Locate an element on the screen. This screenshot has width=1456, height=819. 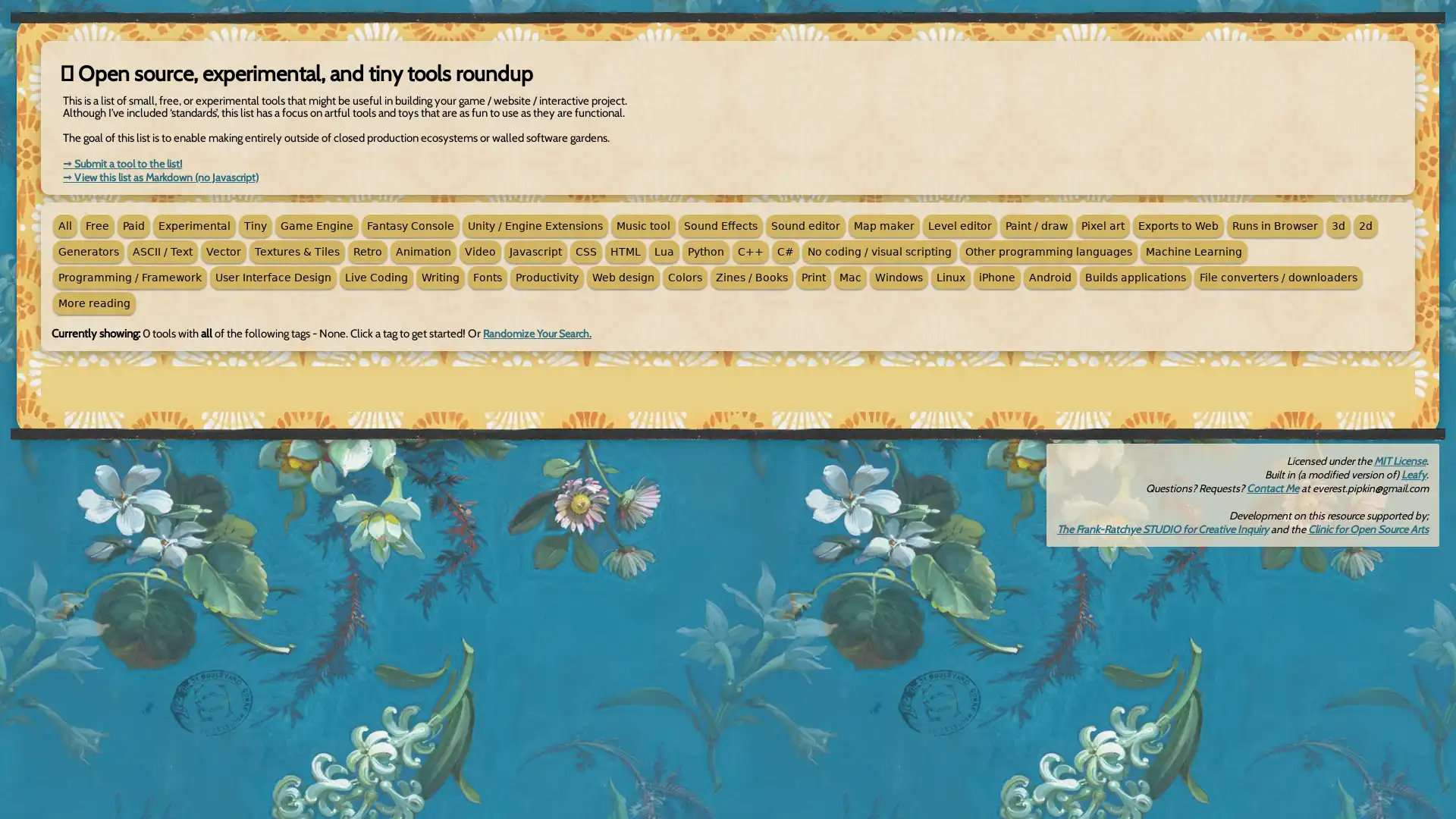
Zines / Books is located at coordinates (752, 278).